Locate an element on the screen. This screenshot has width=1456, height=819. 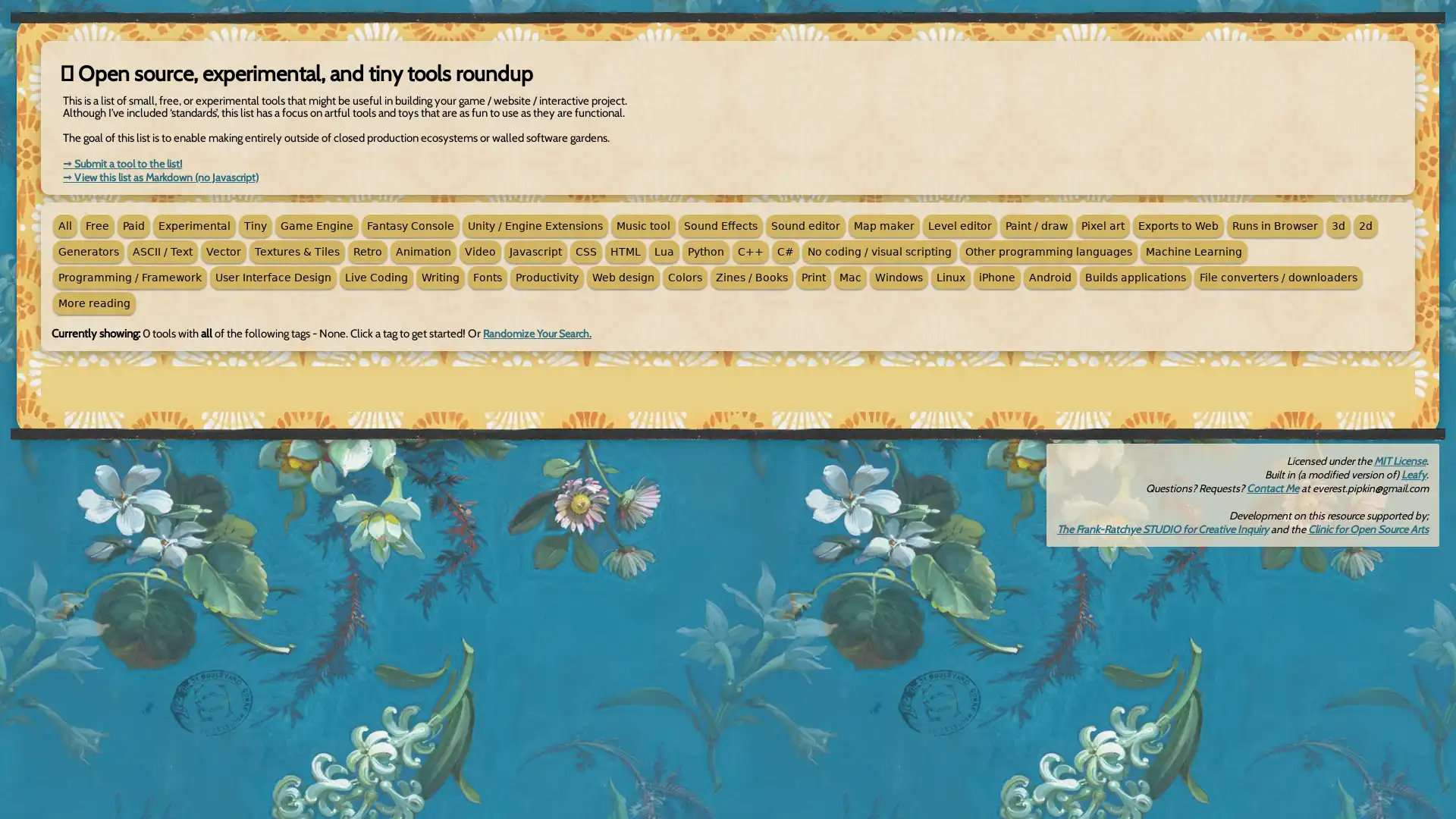
Zines / Books is located at coordinates (752, 278).